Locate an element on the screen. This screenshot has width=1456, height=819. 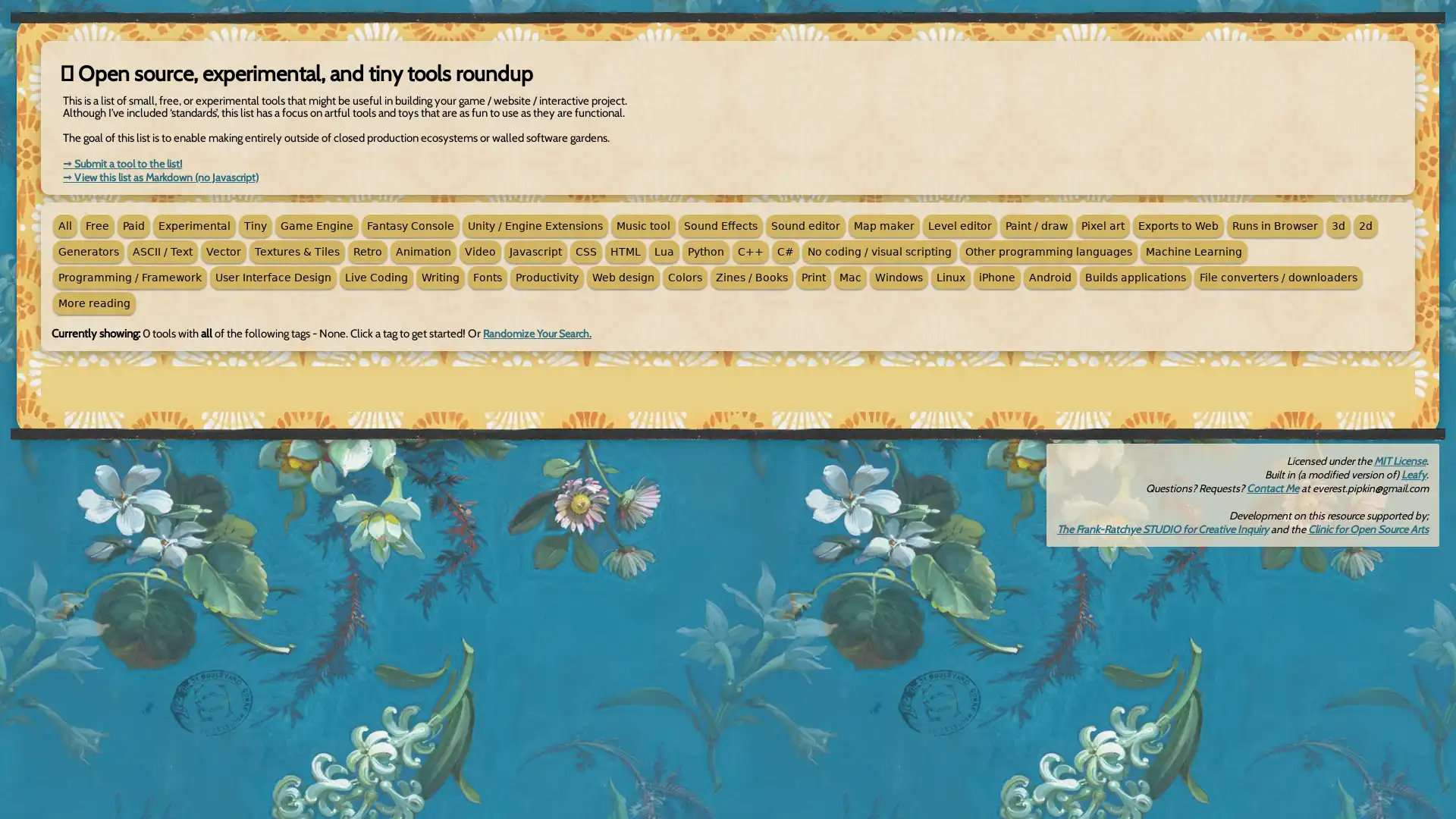
Zines / Books is located at coordinates (752, 278).